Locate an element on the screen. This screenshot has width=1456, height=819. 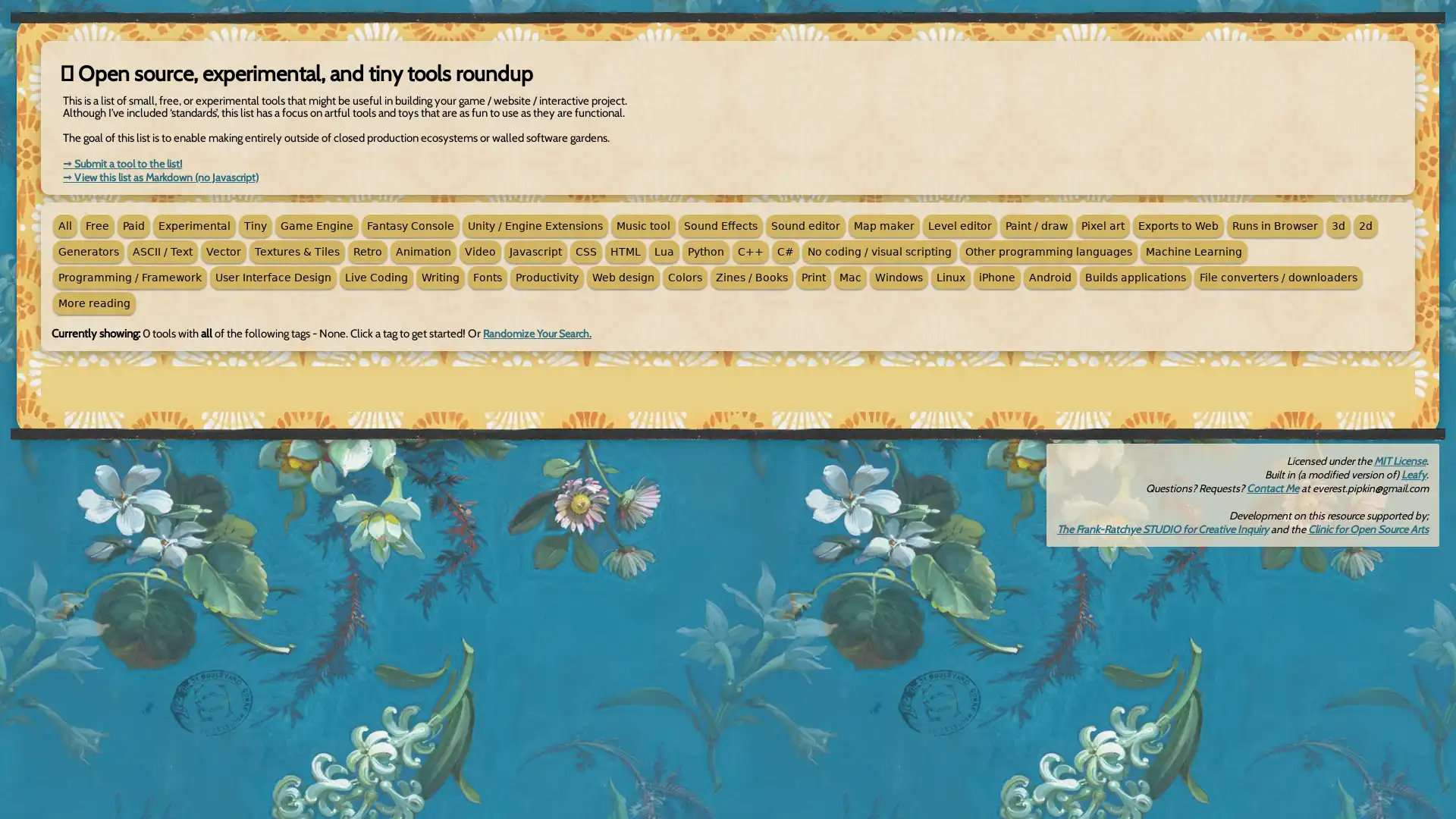
Zines / Books is located at coordinates (752, 278).